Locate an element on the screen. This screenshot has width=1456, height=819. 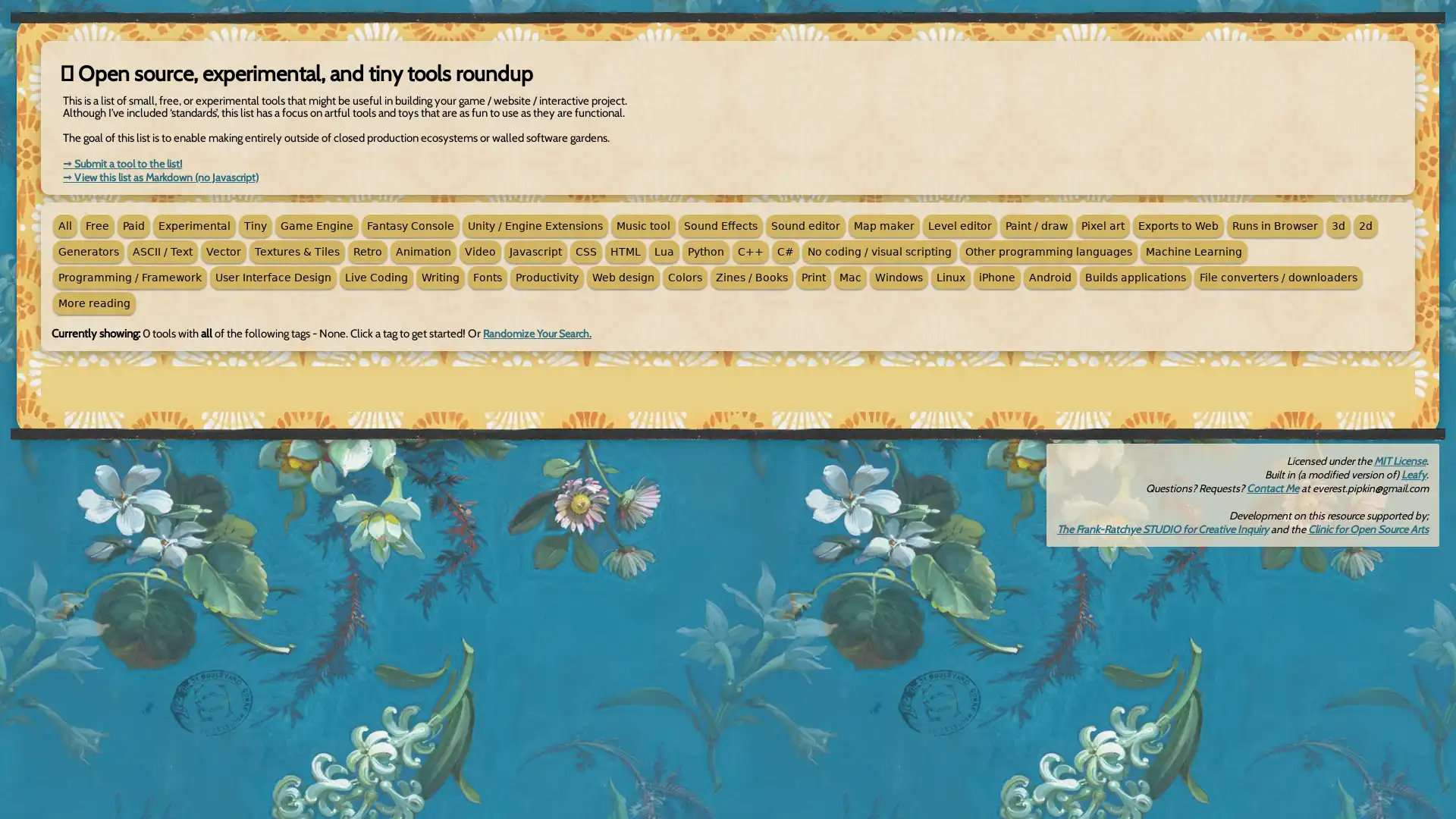
Zines / Books is located at coordinates (752, 278).